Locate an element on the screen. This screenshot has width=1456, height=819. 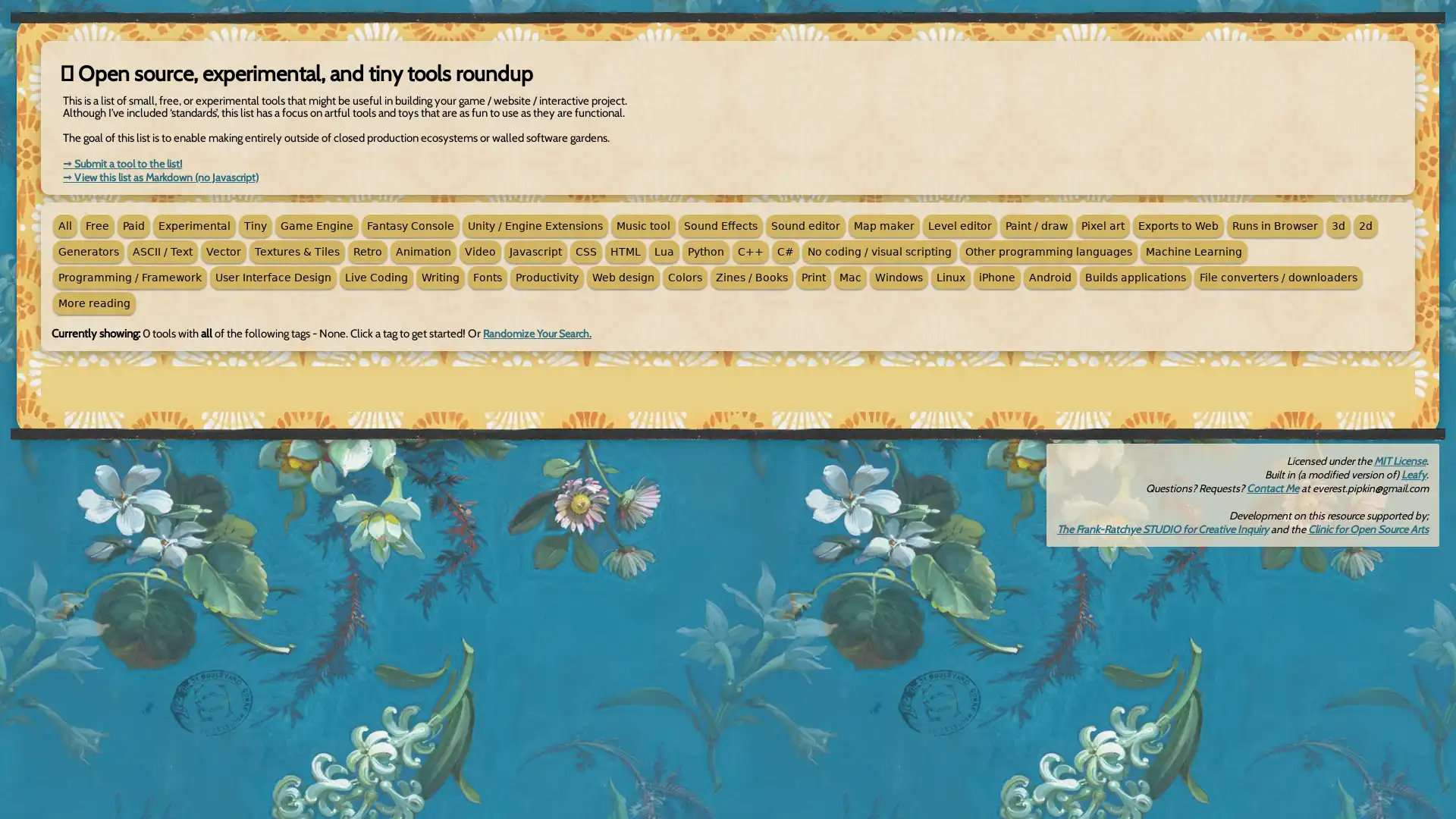
Zines / Books is located at coordinates (752, 278).